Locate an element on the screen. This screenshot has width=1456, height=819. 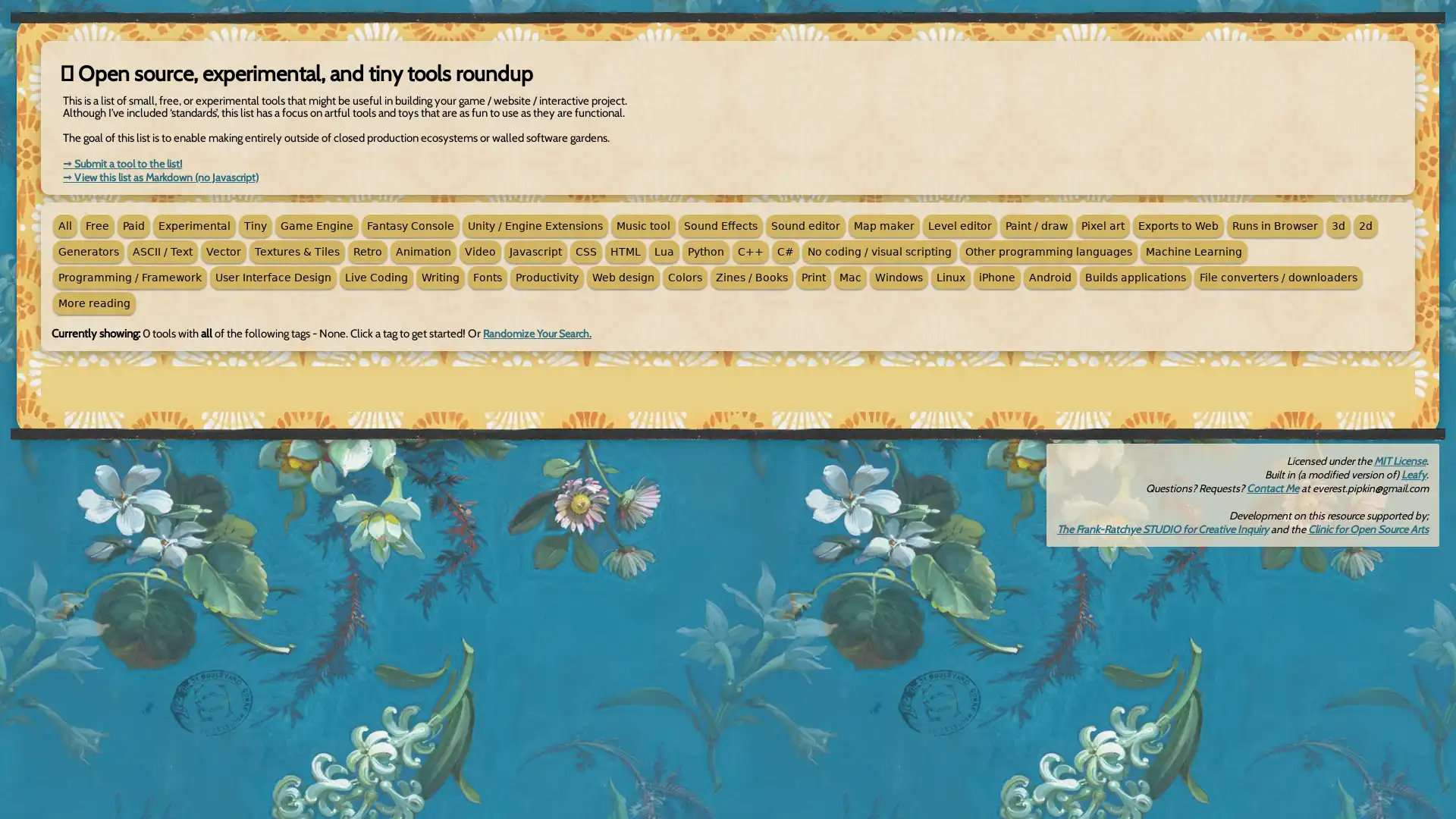
Zines / Books is located at coordinates (752, 278).